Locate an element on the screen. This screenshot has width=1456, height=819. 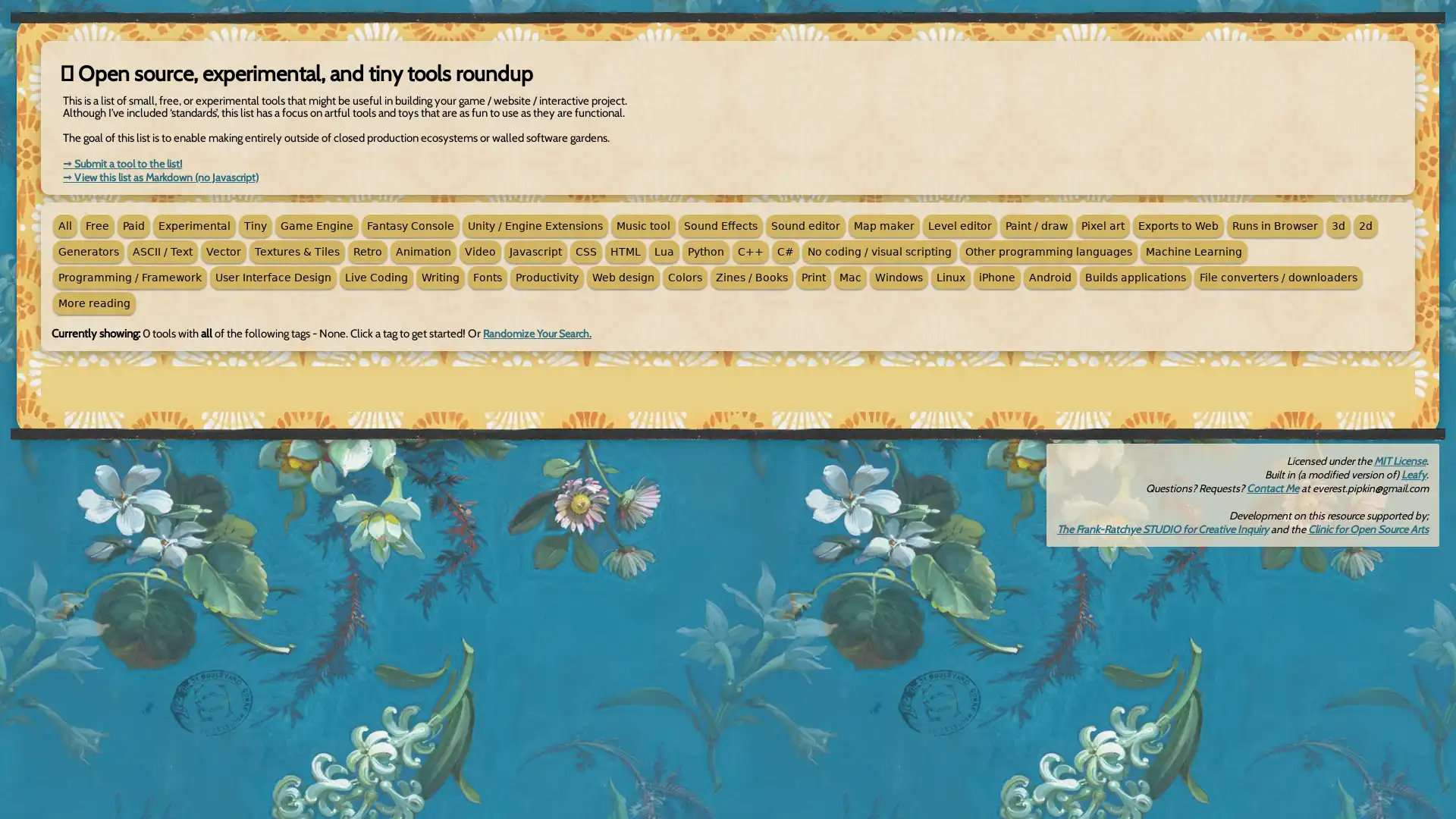
Zines / Books is located at coordinates (752, 278).